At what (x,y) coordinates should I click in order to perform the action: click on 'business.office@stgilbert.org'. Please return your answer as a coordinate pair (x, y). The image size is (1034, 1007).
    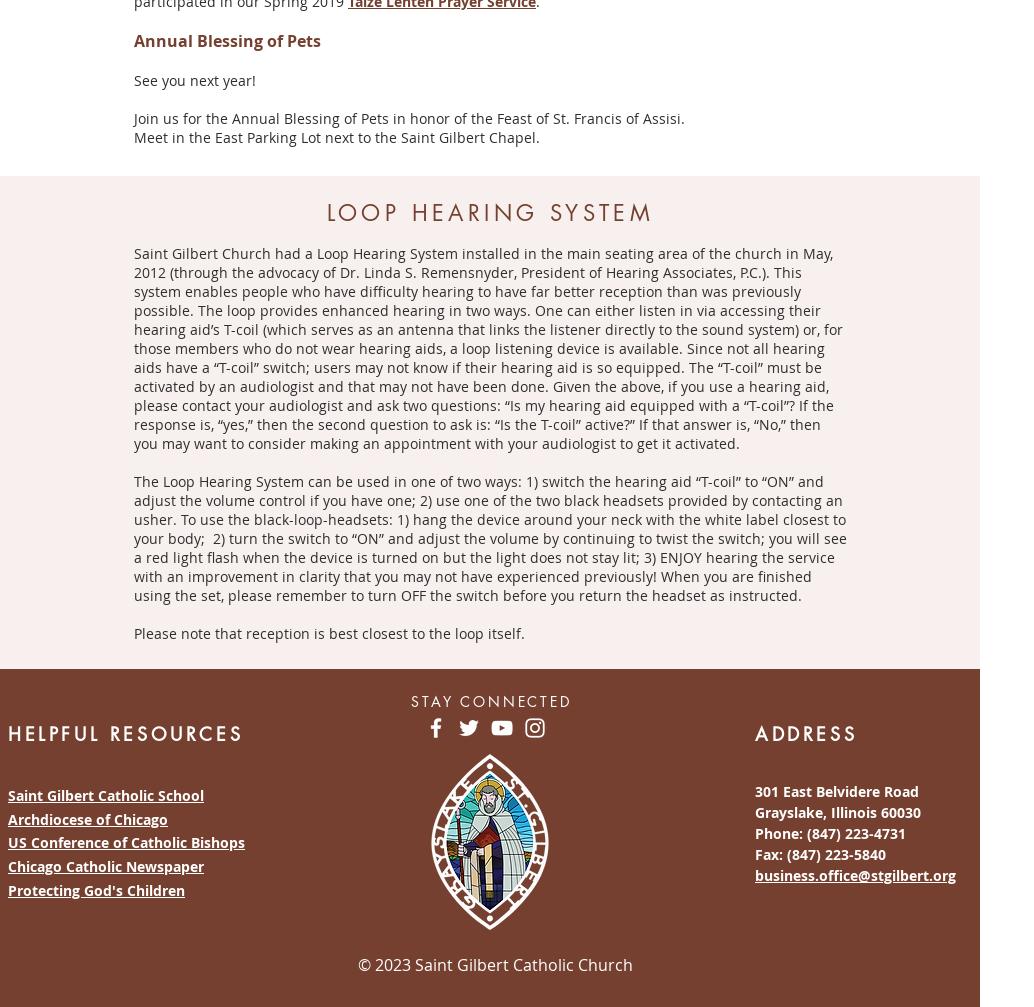
    Looking at the image, I should click on (854, 873).